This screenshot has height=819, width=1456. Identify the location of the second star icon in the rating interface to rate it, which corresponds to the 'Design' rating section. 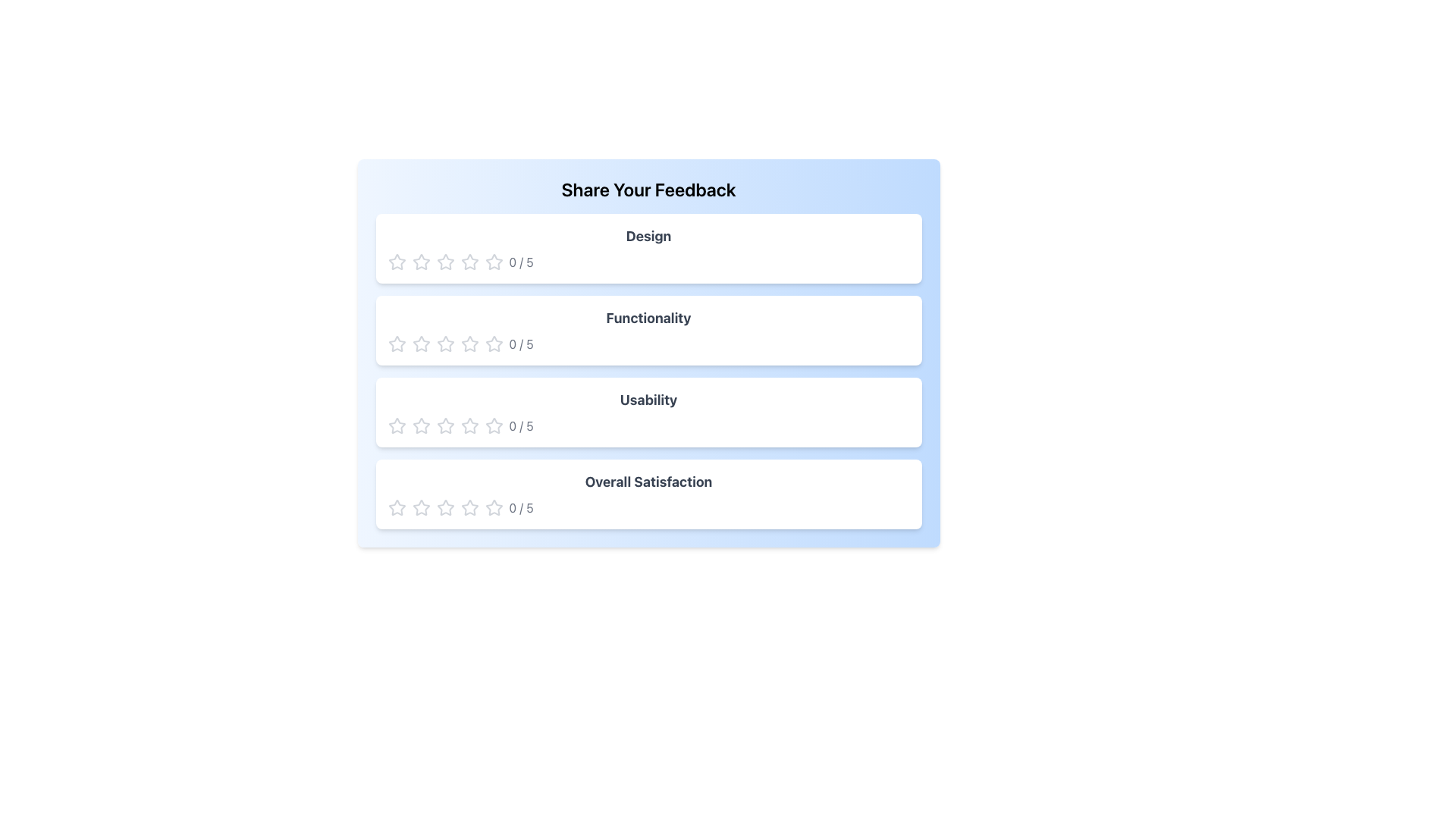
(444, 260).